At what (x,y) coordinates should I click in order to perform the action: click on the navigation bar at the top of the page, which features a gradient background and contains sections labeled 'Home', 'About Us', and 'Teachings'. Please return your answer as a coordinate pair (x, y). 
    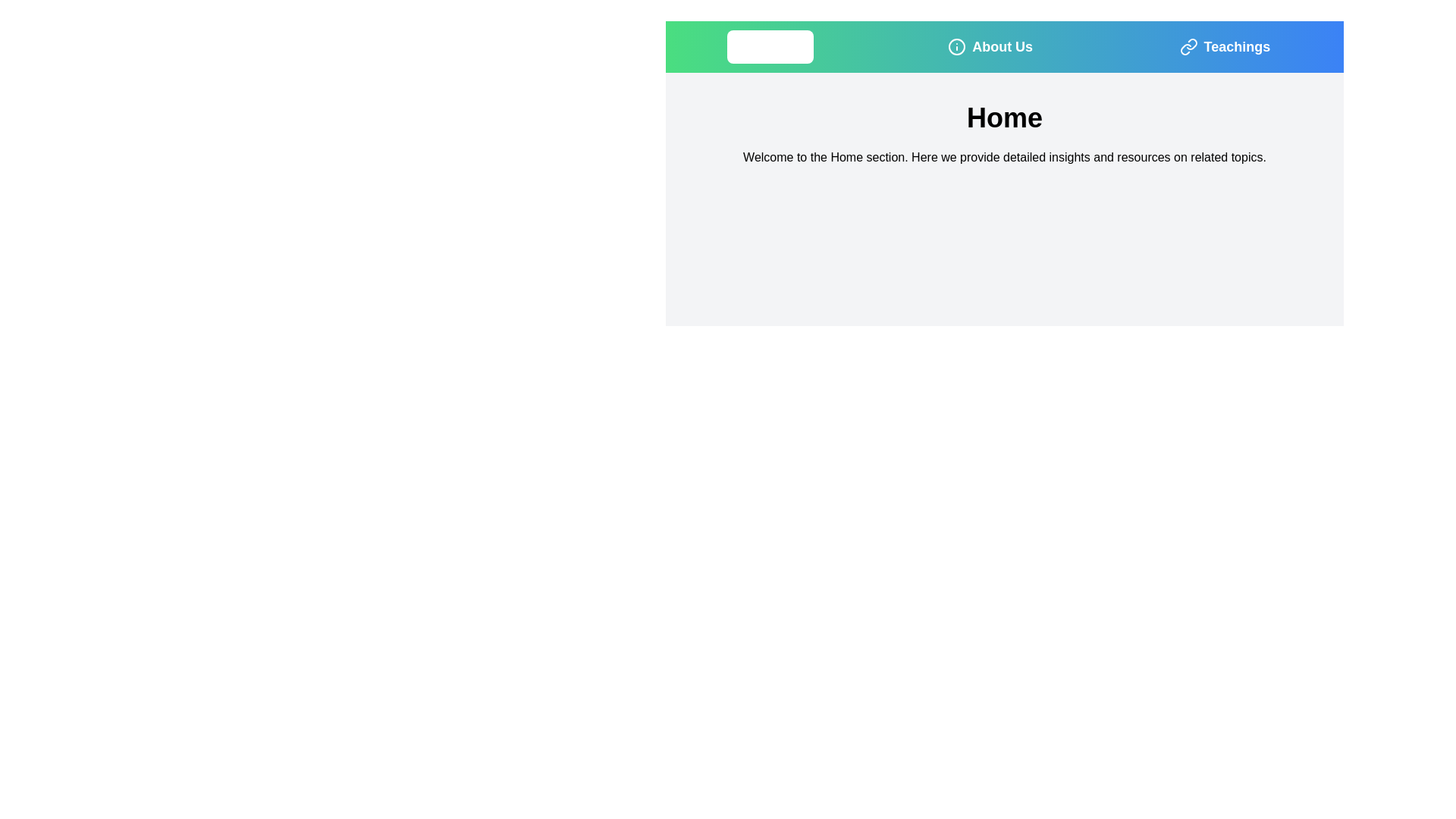
    Looking at the image, I should click on (1004, 45).